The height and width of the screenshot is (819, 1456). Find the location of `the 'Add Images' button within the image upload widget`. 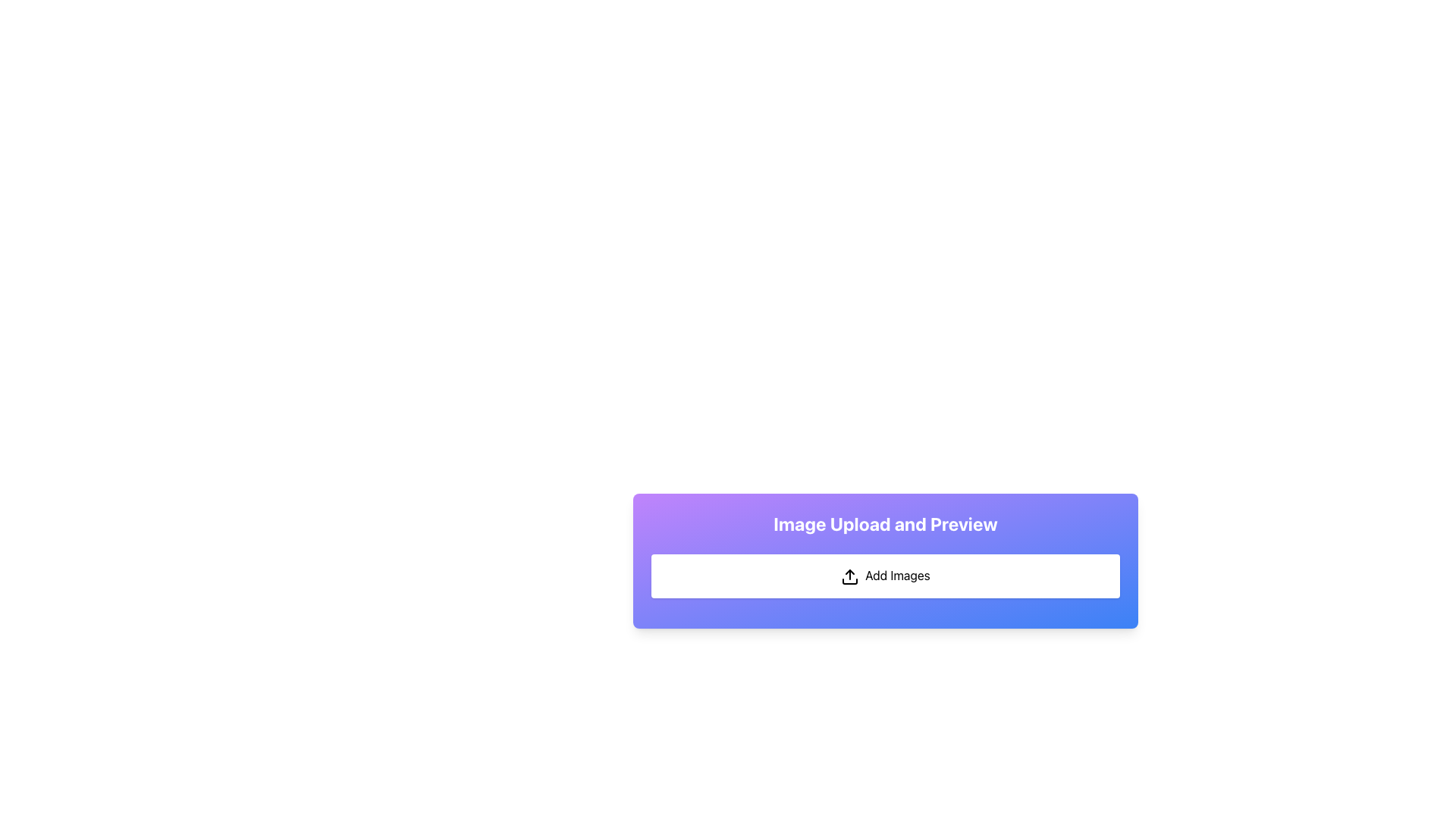

the 'Add Images' button within the image upload widget is located at coordinates (885, 560).